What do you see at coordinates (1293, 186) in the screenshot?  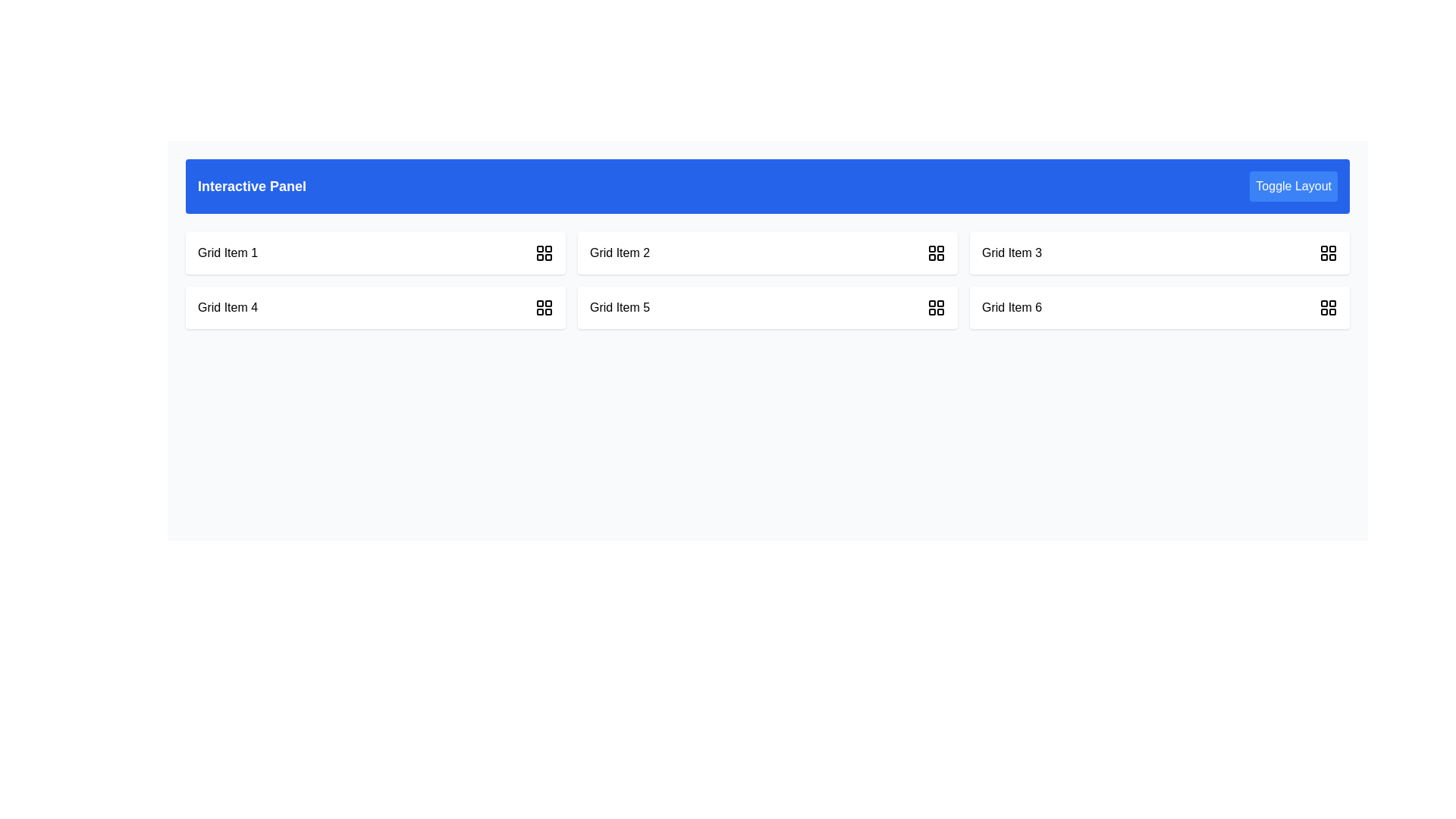 I see `the 'Toggle Layout' button, which is a rectangular button with white text on a blue background located in the top-right corner of the blue header panel` at bounding box center [1293, 186].